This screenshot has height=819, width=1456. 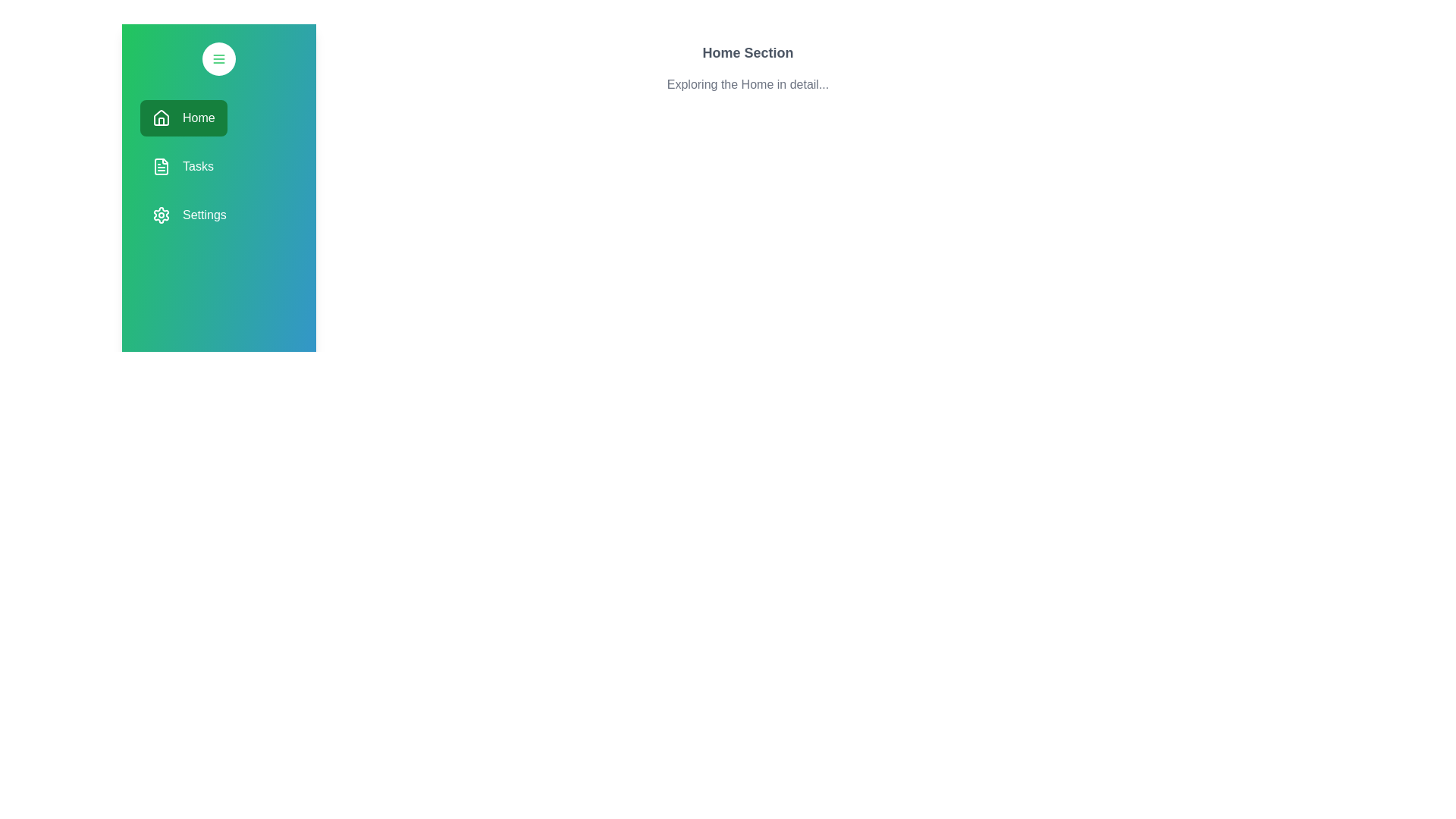 I want to click on the 'Home' button which contains the home icon on the left side, represented within a green rectangular background, so click(x=161, y=117).